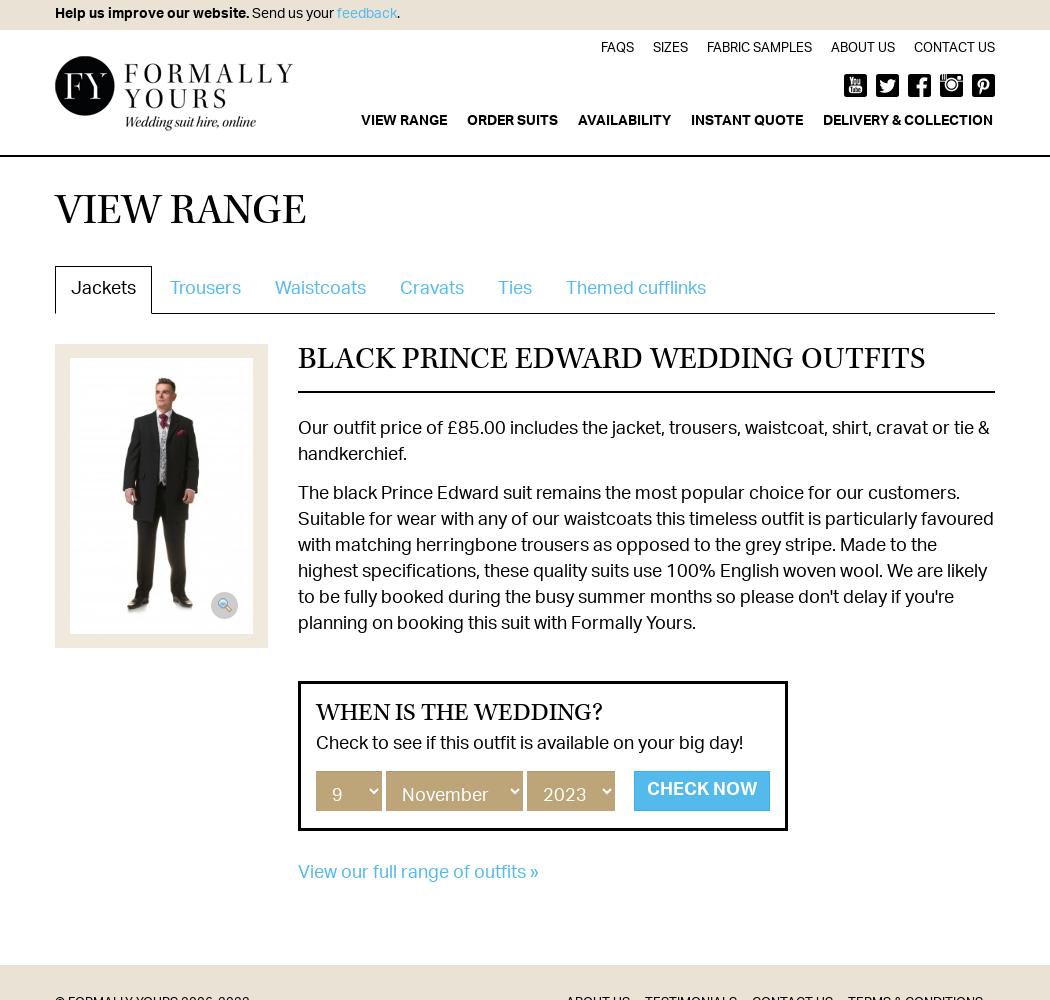  What do you see at coordinates (320, 289) in the screenshot?
I see `'Waistcoats'` at bounding box center [320, 289].